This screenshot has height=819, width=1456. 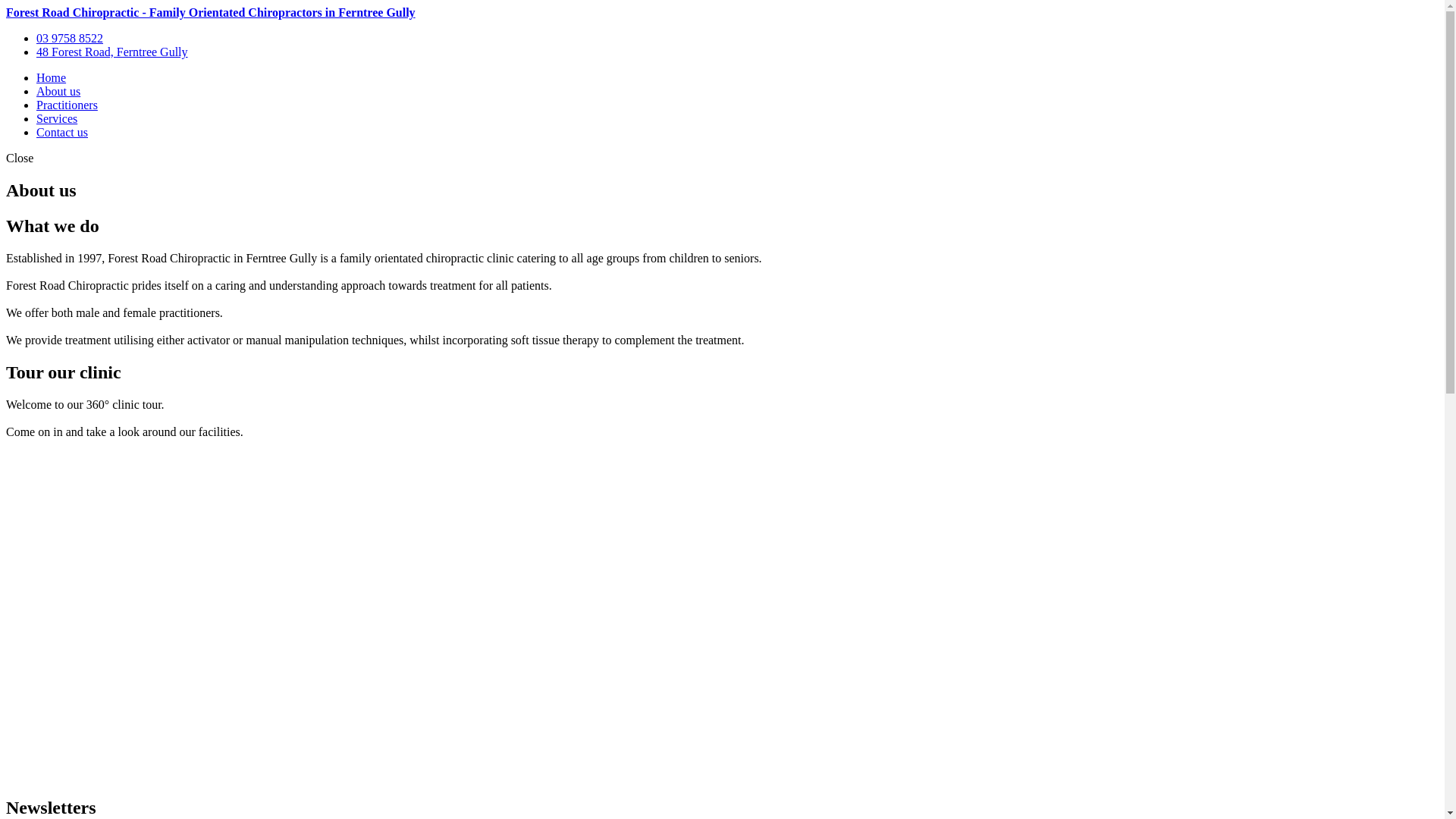 I want to click on 'Home', so click(x=36, y=77).